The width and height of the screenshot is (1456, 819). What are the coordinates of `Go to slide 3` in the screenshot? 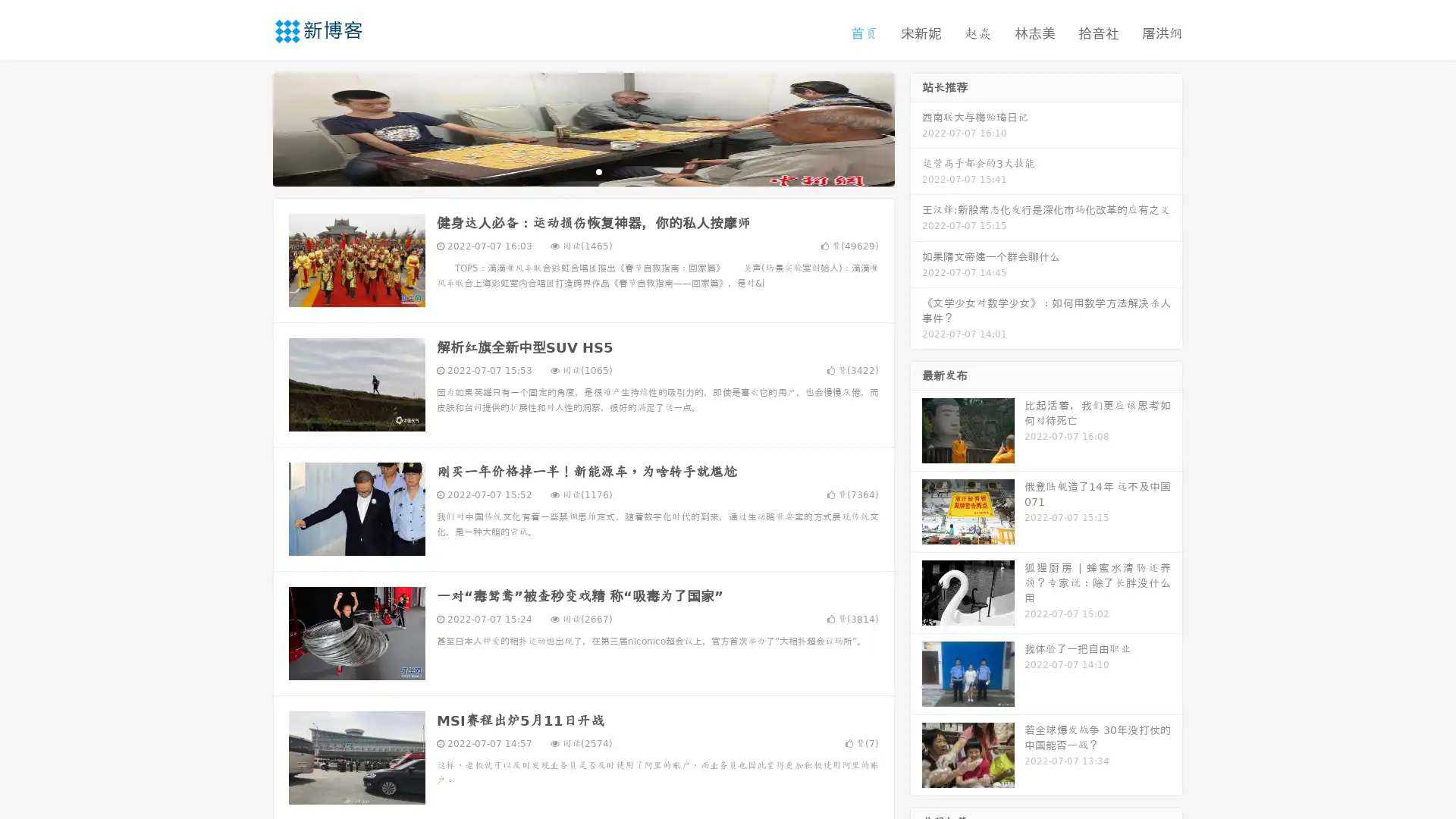 It's located at (598, 171).